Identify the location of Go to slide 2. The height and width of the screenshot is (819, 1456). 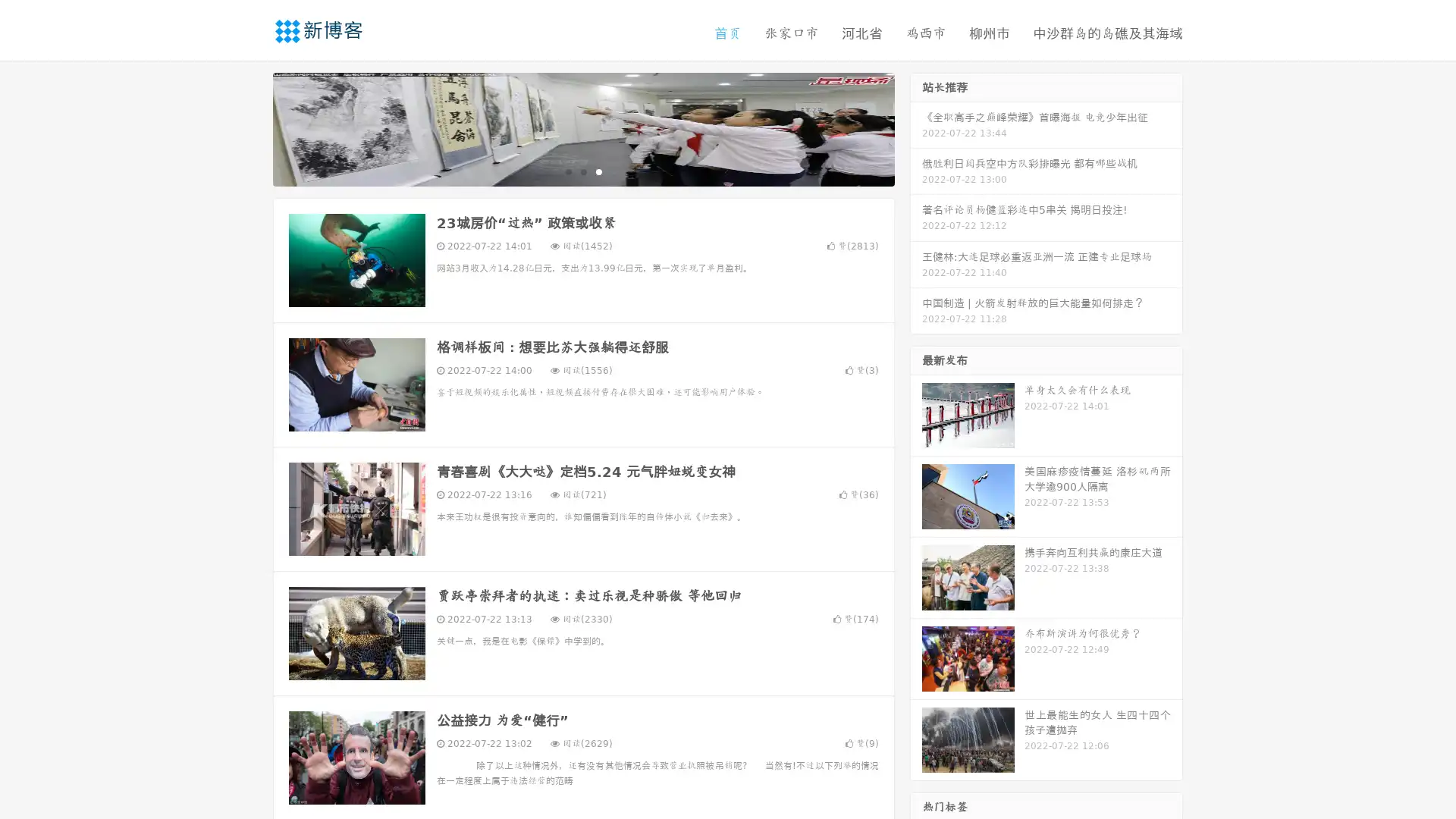
(582, 171).